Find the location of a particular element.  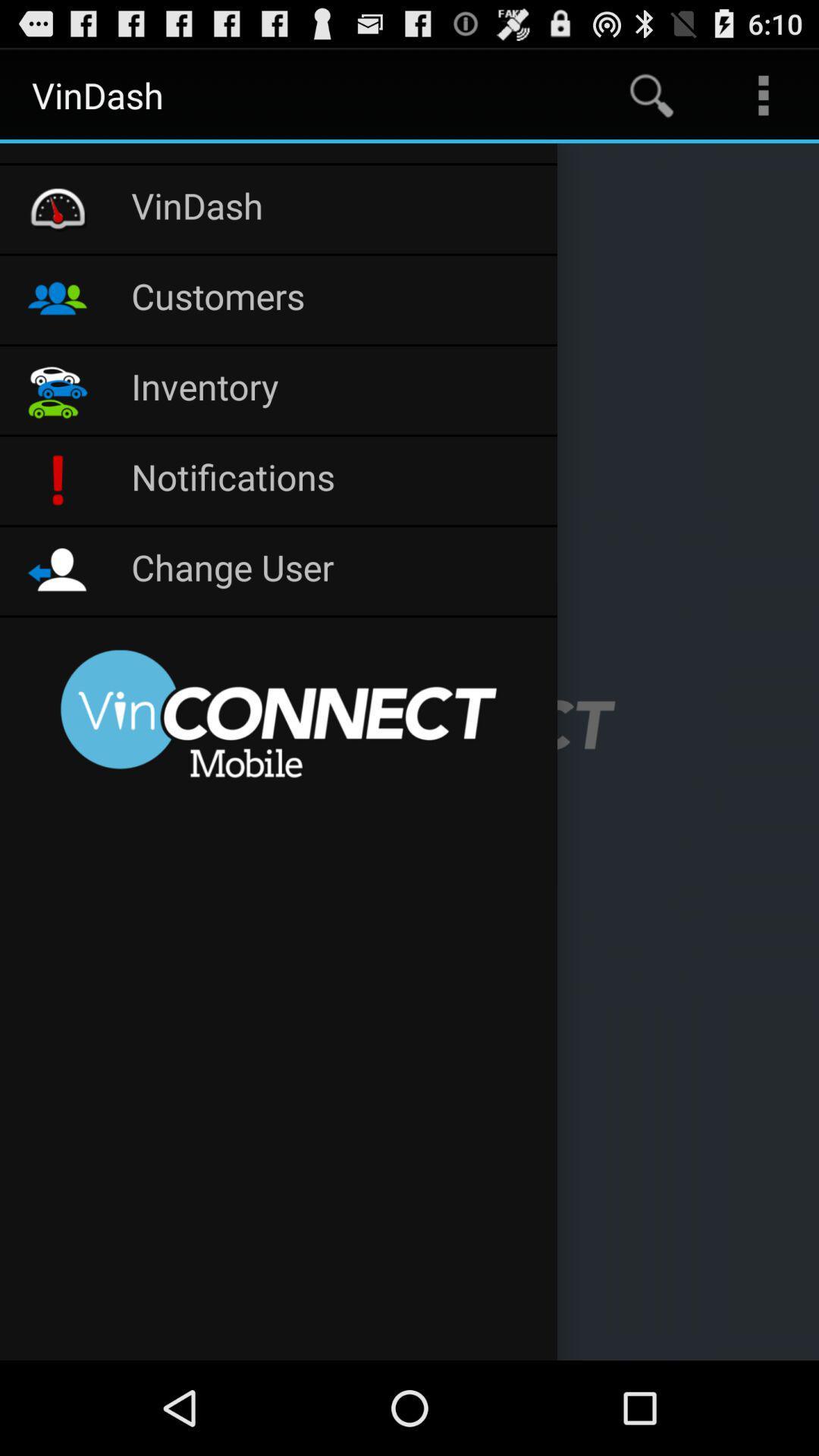

the notifications icon is located at coordinates (335, 479).